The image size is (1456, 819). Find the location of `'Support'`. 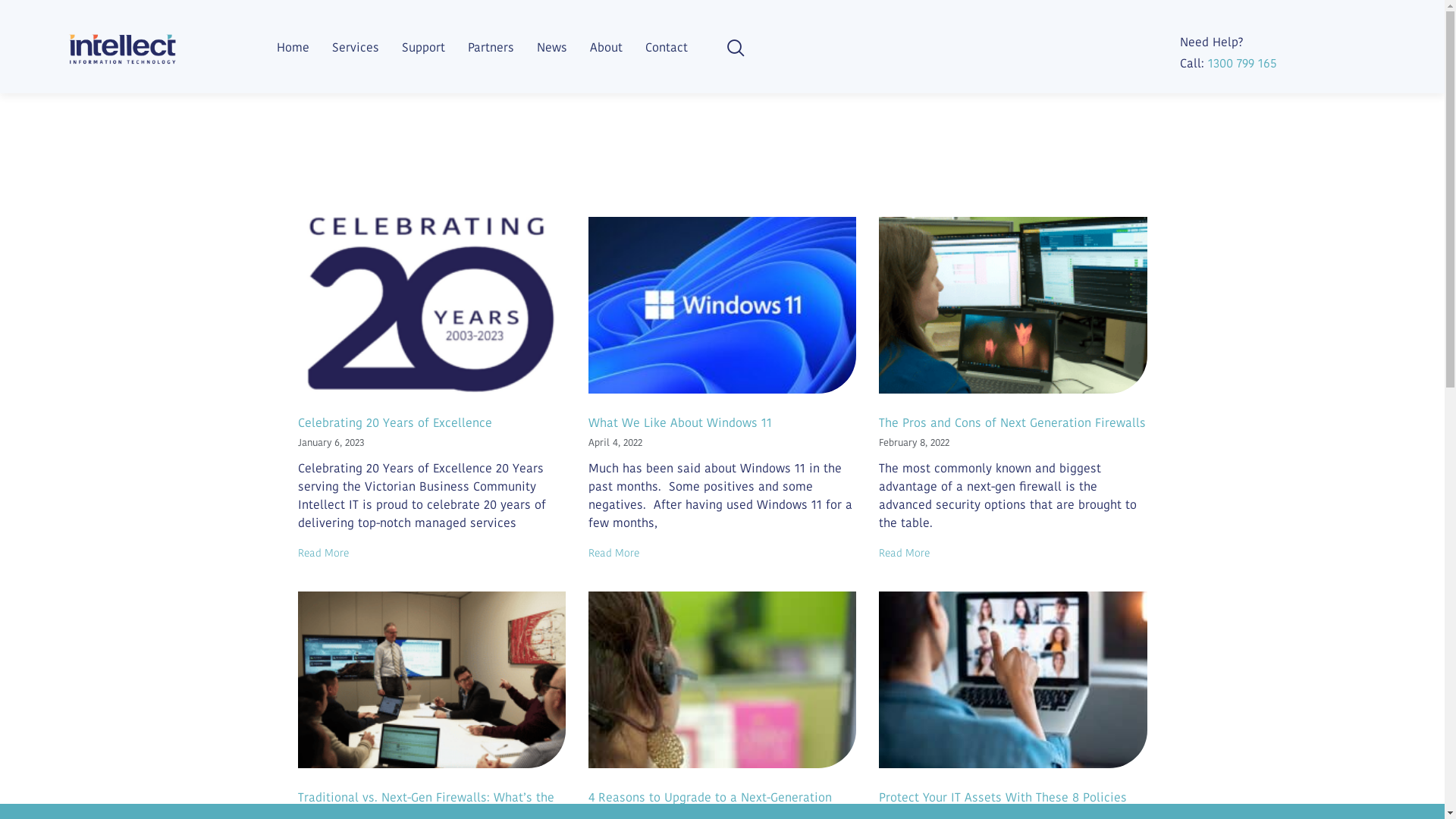

'Support' is located at coordinates (401, 46).